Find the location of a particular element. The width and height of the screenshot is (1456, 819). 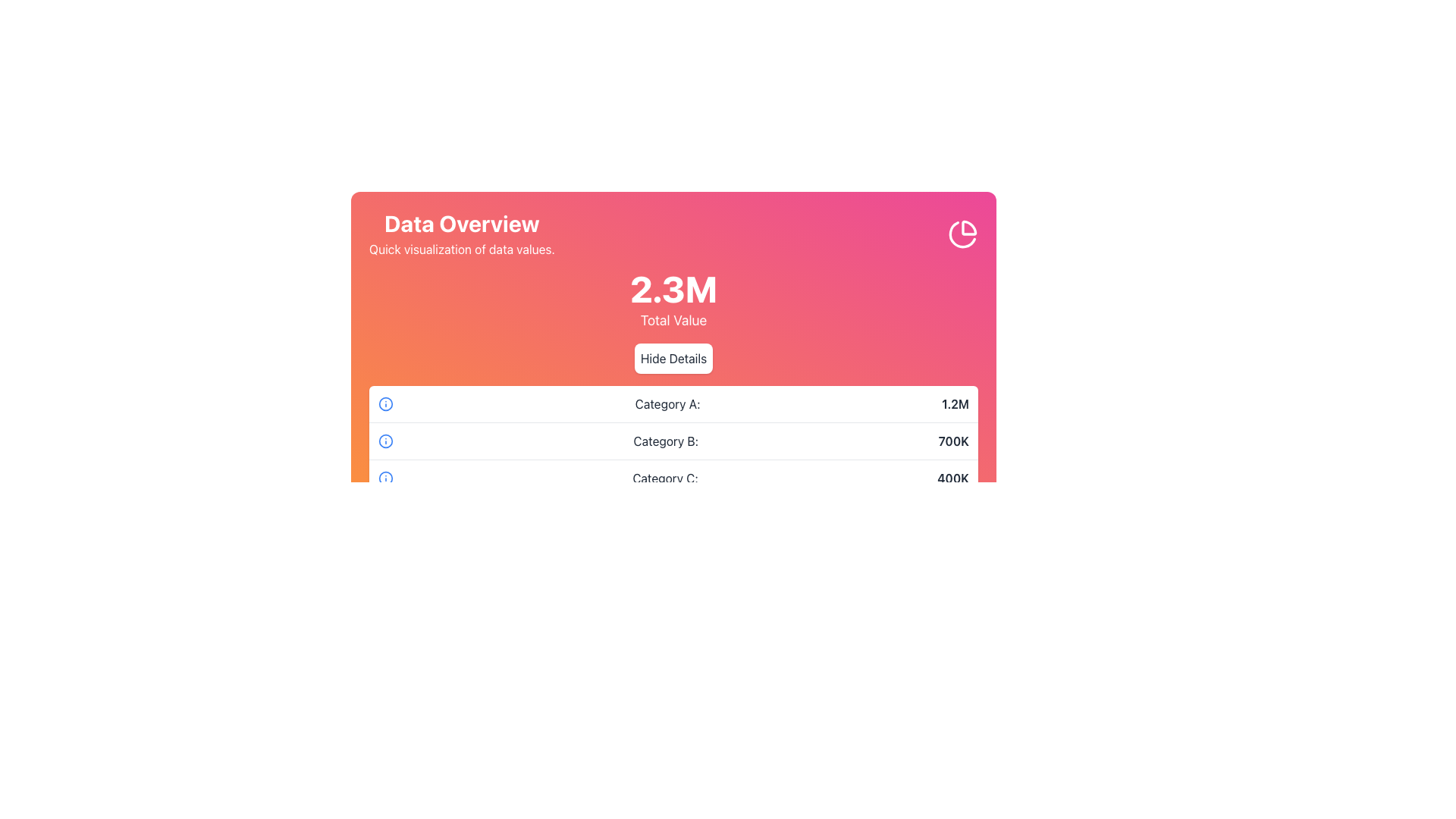

the button that toggles the visibility of detailed information about data categories, located below the '2.3M Total Value' text and above the list of categories is located at coordinates (673, 359).